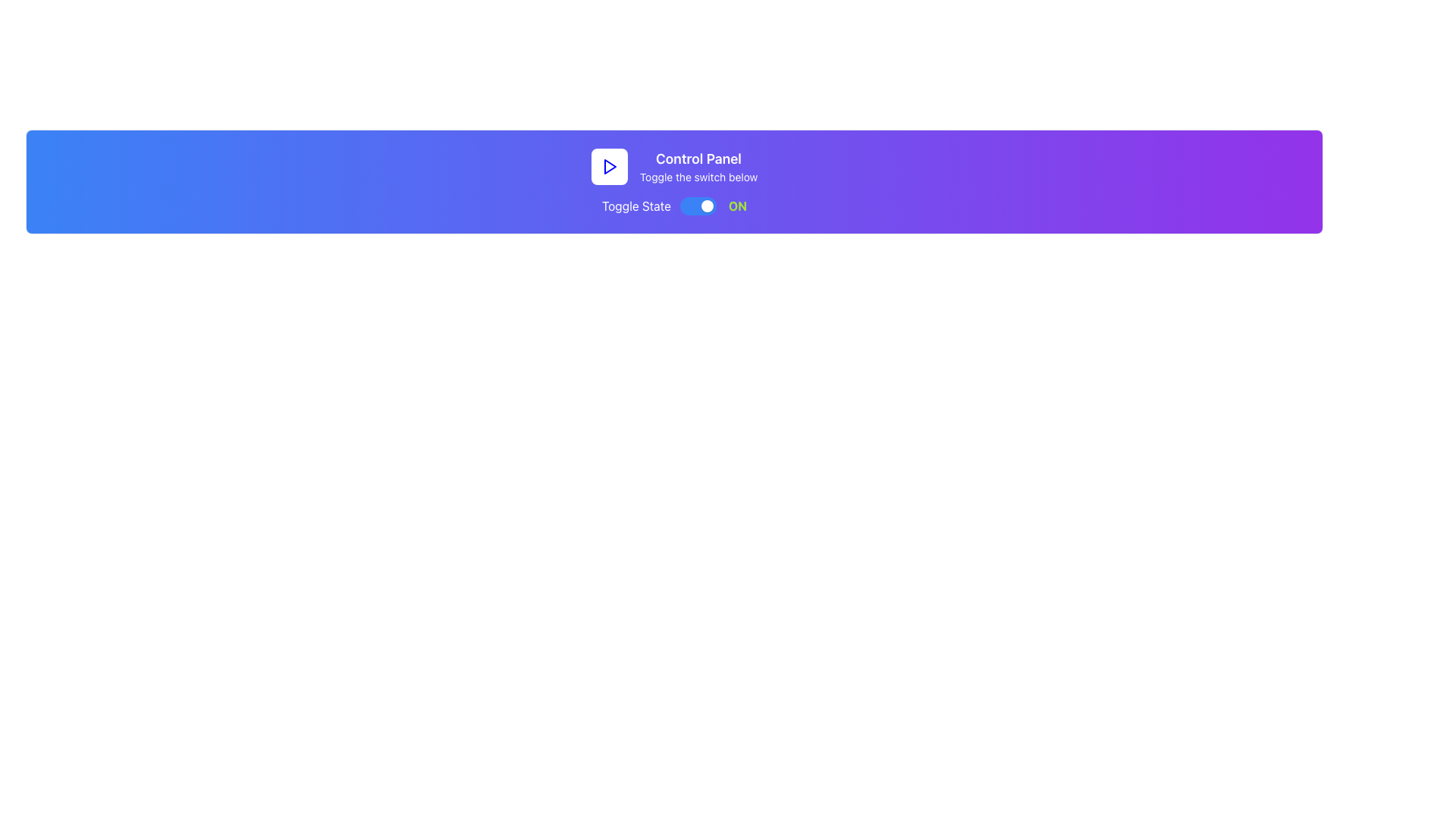 The height and width of the screenshot is (819, 1456). I want to click on the Play Button icon located at the top section of the interface, left of the title 'Control Panel' and above the text 'Toggle the switch below', so click(610, 166).